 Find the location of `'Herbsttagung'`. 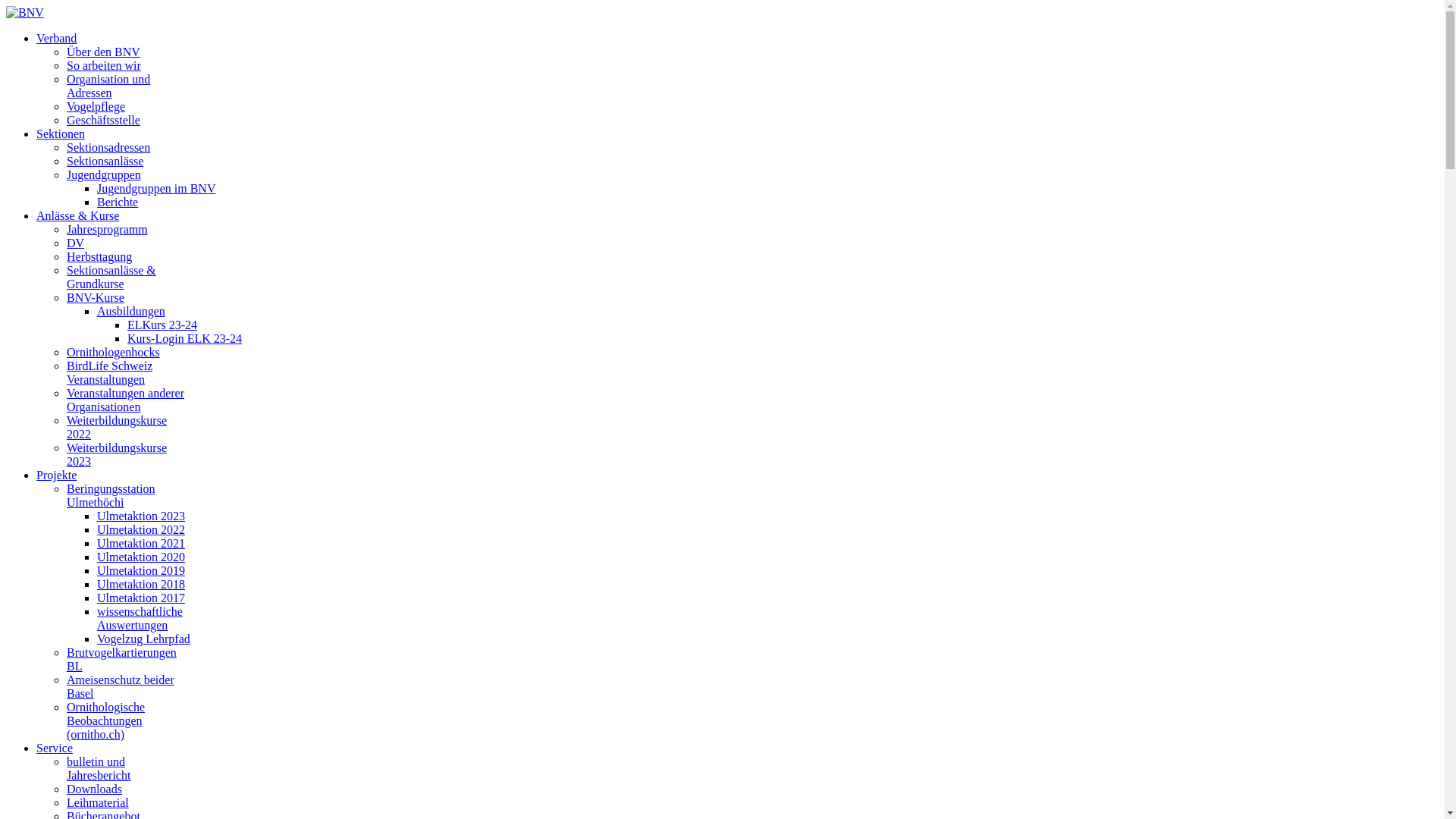

'Herbsttagung' is located at coordinates (65, 256).